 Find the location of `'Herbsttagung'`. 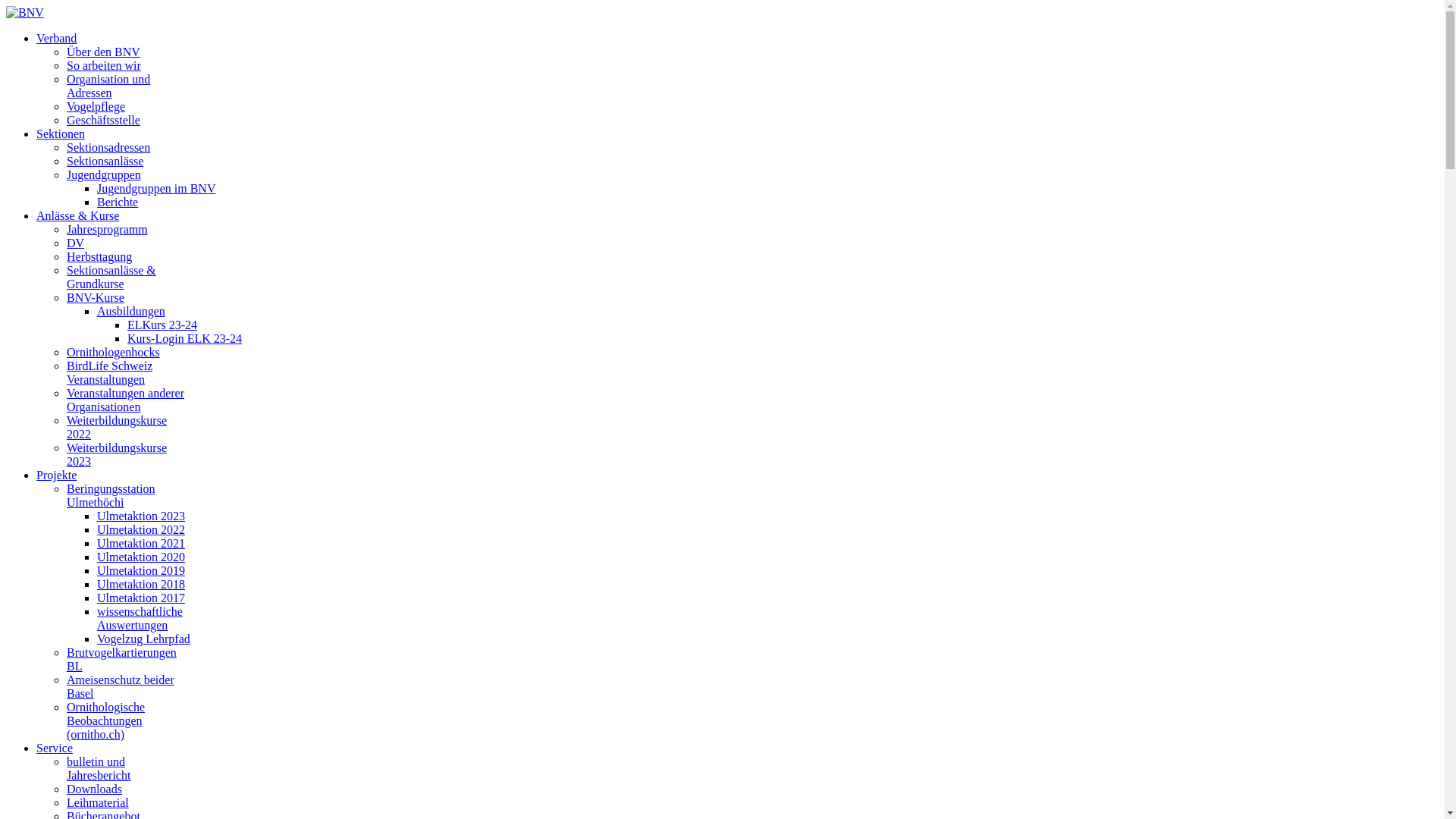

'Herbsttagung' is located at coordinates (65, 256).